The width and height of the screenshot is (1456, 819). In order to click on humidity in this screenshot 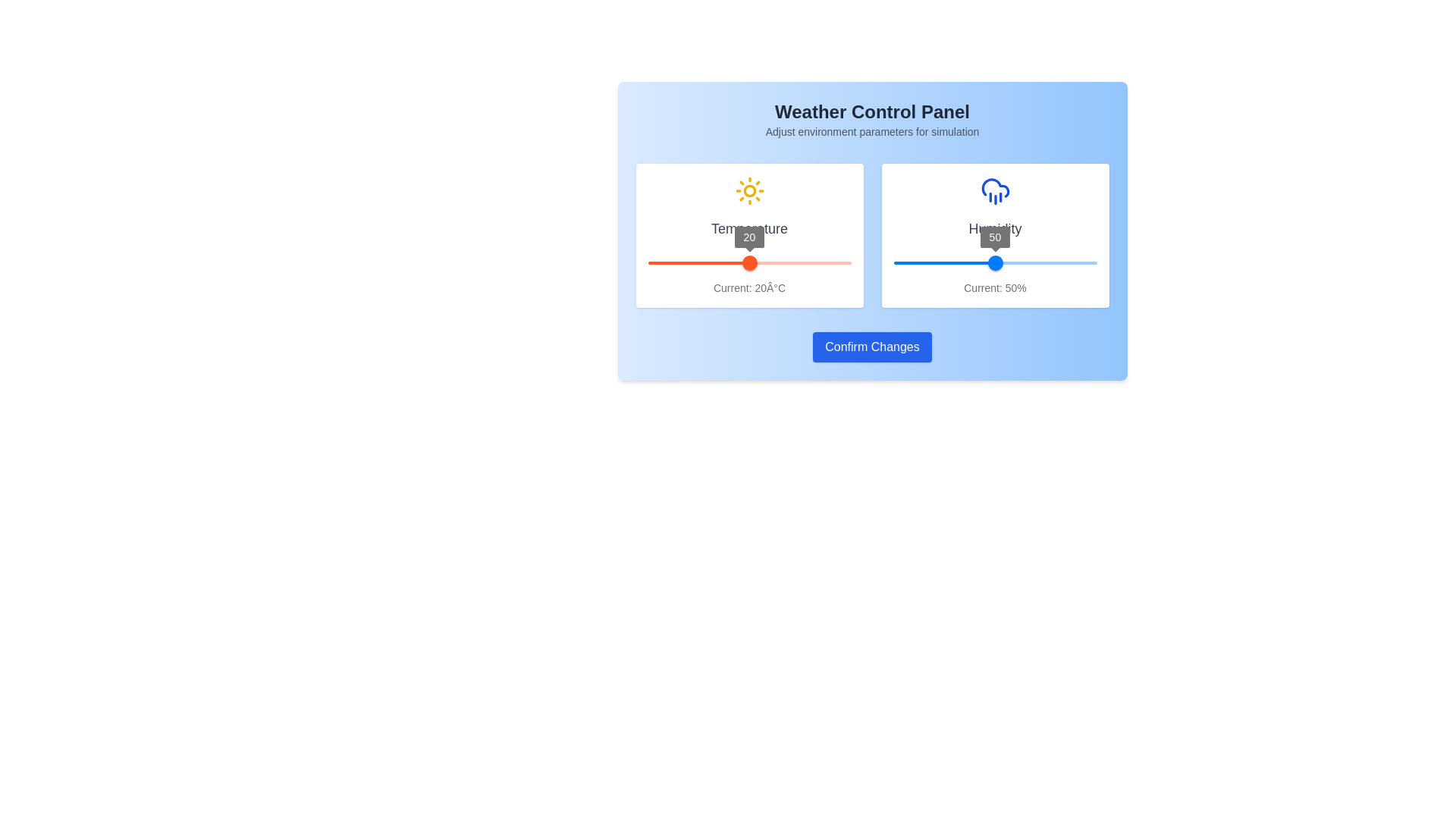, I will do `click(1065, 262)`.